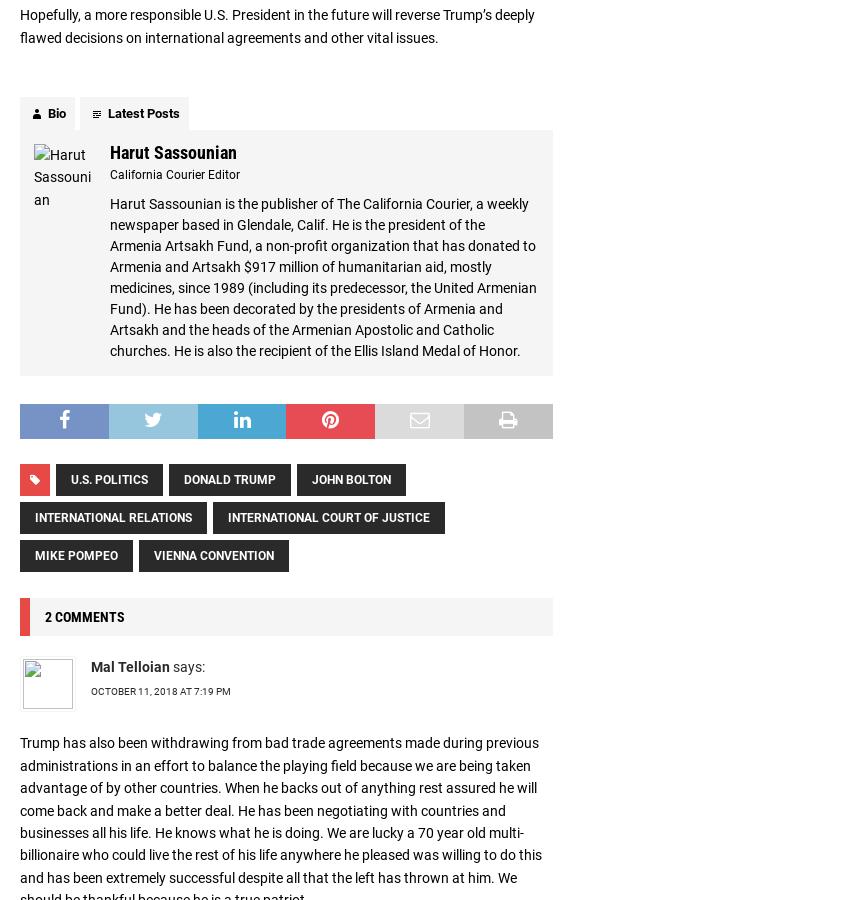 The width and height of the screenshot is (850, 900). What do you see at coordinates (108, 151) in the screenshot?
I see `'Harut Sassounian'` at bounding box center [108, 151].